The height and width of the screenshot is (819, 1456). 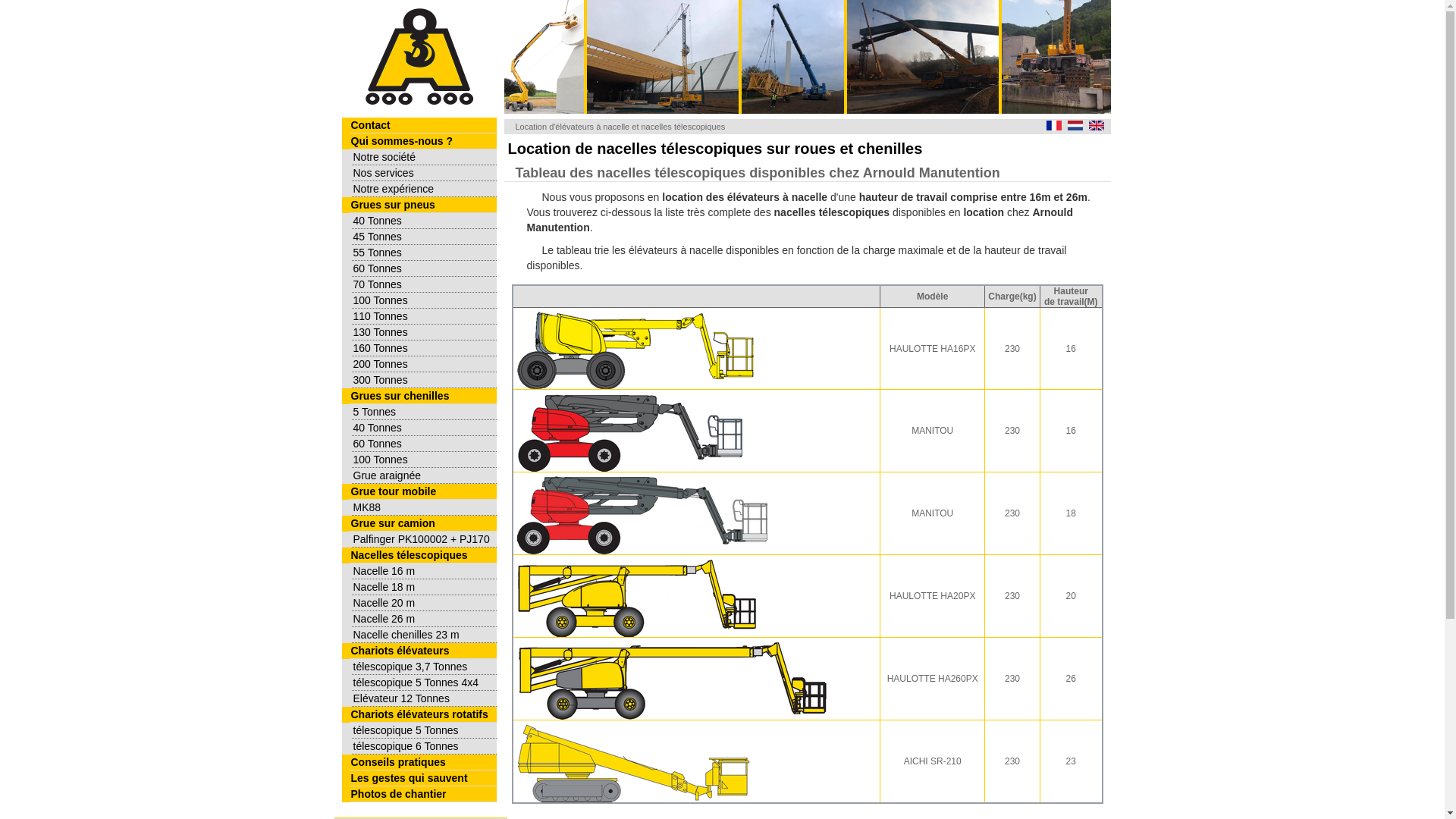 What do you see at coordinates (424, 315) in the screenshot?
I see `'110 Tonnes'` at bounding box center [424, 315].